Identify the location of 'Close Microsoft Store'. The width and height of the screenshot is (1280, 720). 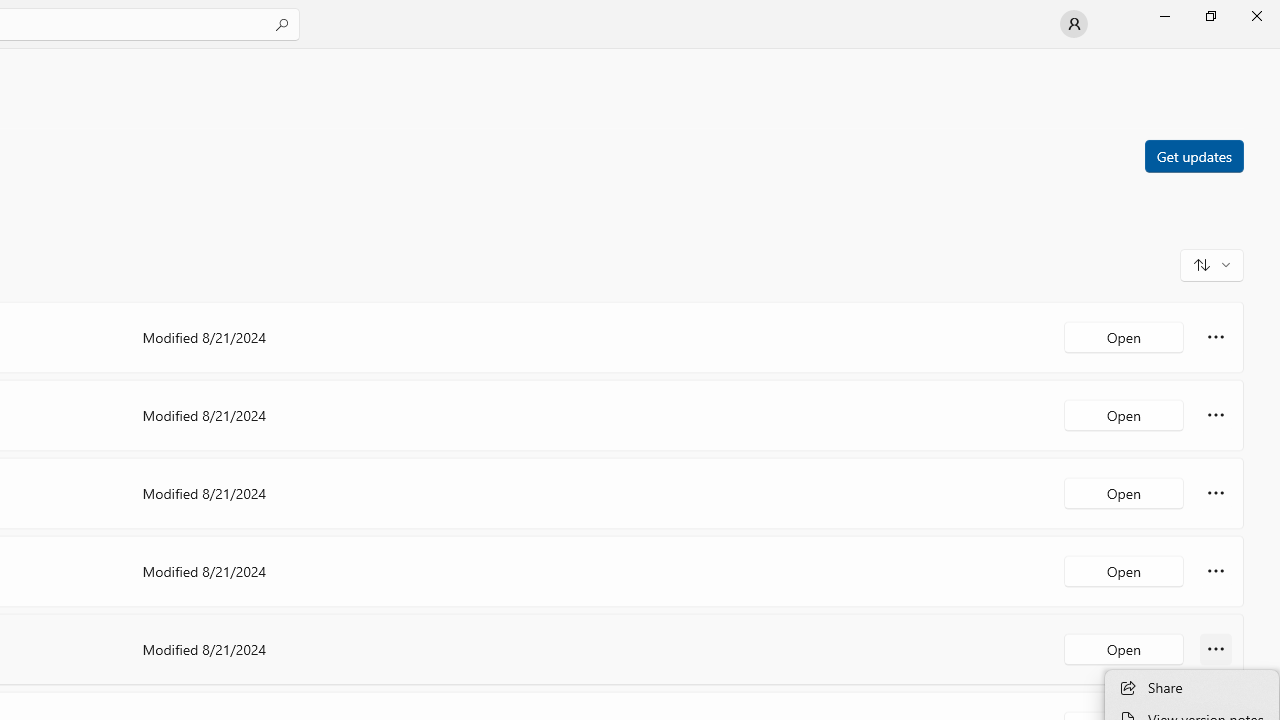
(1255, 15).